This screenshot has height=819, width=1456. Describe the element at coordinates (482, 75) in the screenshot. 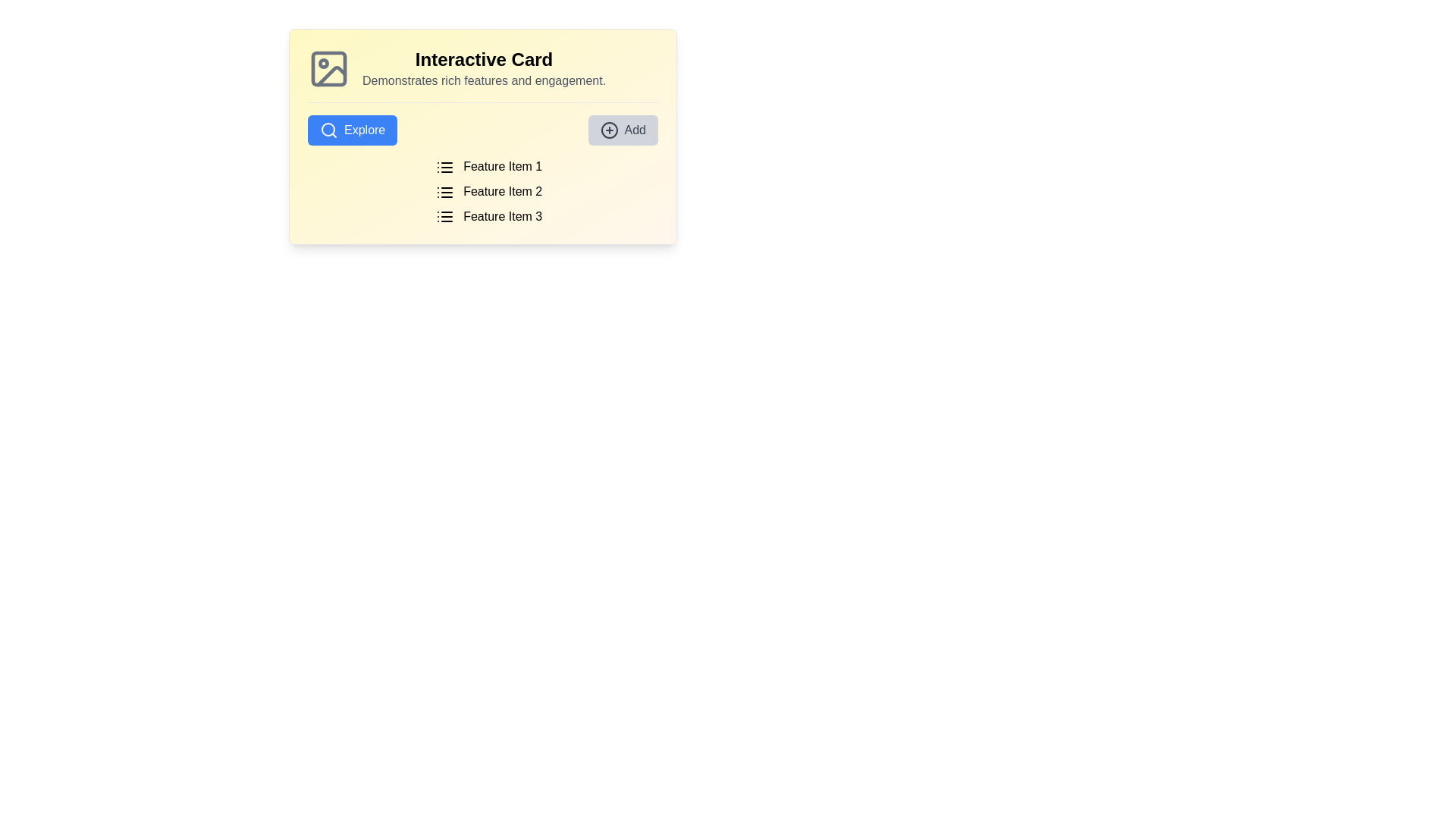

I see `the text block titled 'Interactive Card' which describes its rich features and engagement, located at the top of a card-like structure with a gradient background` at that location.